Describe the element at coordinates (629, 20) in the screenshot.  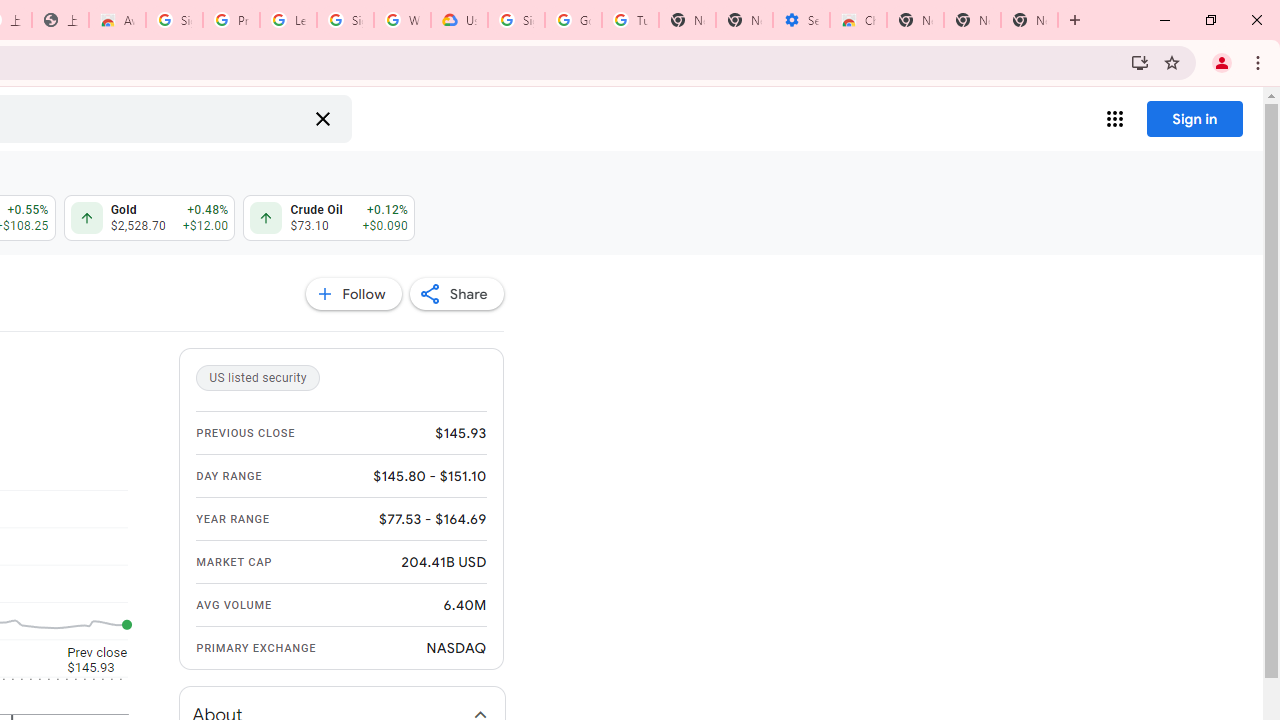
I see `'Turn cookies on or off - Computer - Google Account Help'` at that location.